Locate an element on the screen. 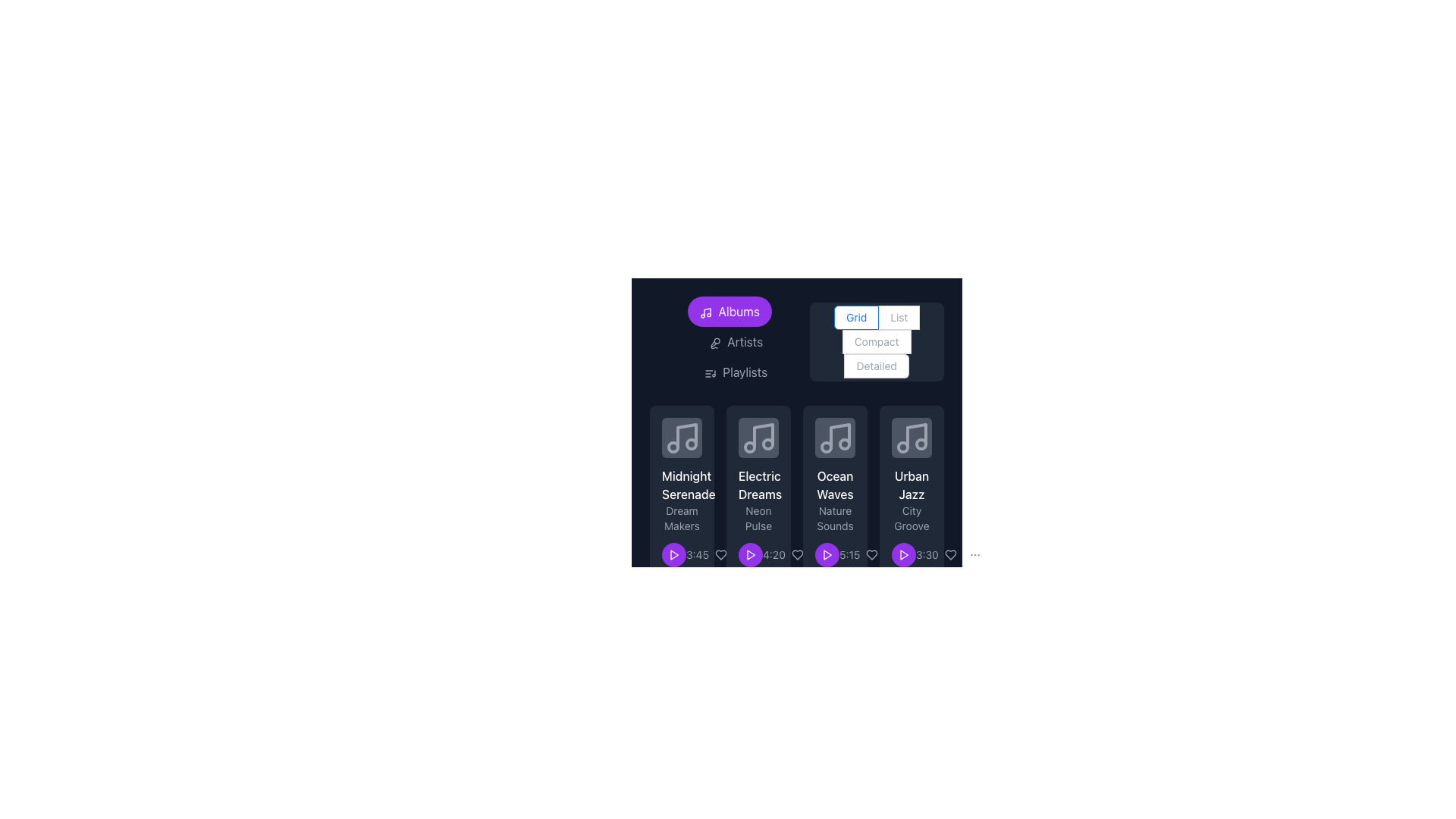  the circular button containing three evenly spaced gray dots in the bottom-right corner of the interface is located at coordinates (974, 555).